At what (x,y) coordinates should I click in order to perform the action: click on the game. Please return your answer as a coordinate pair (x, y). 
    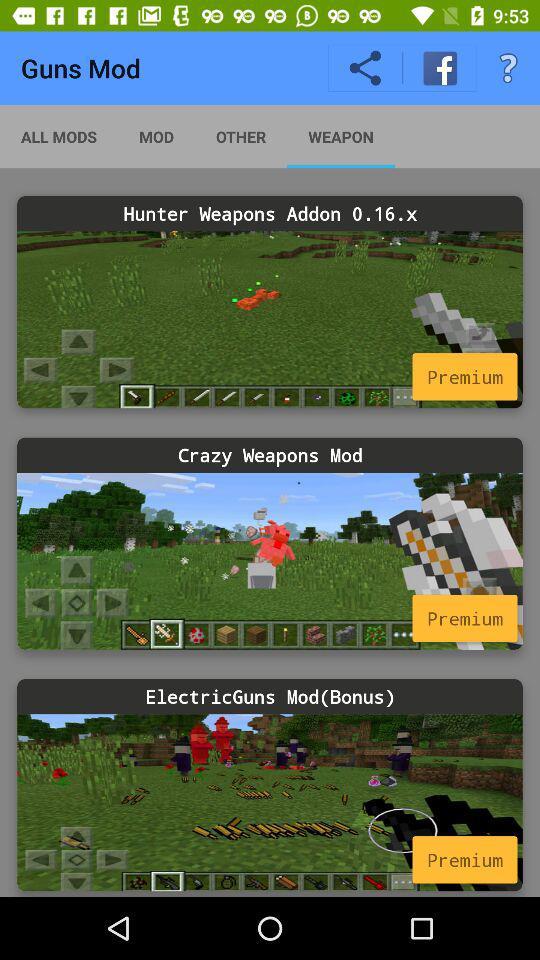
    Looking at the image, I should click on (270, 319).